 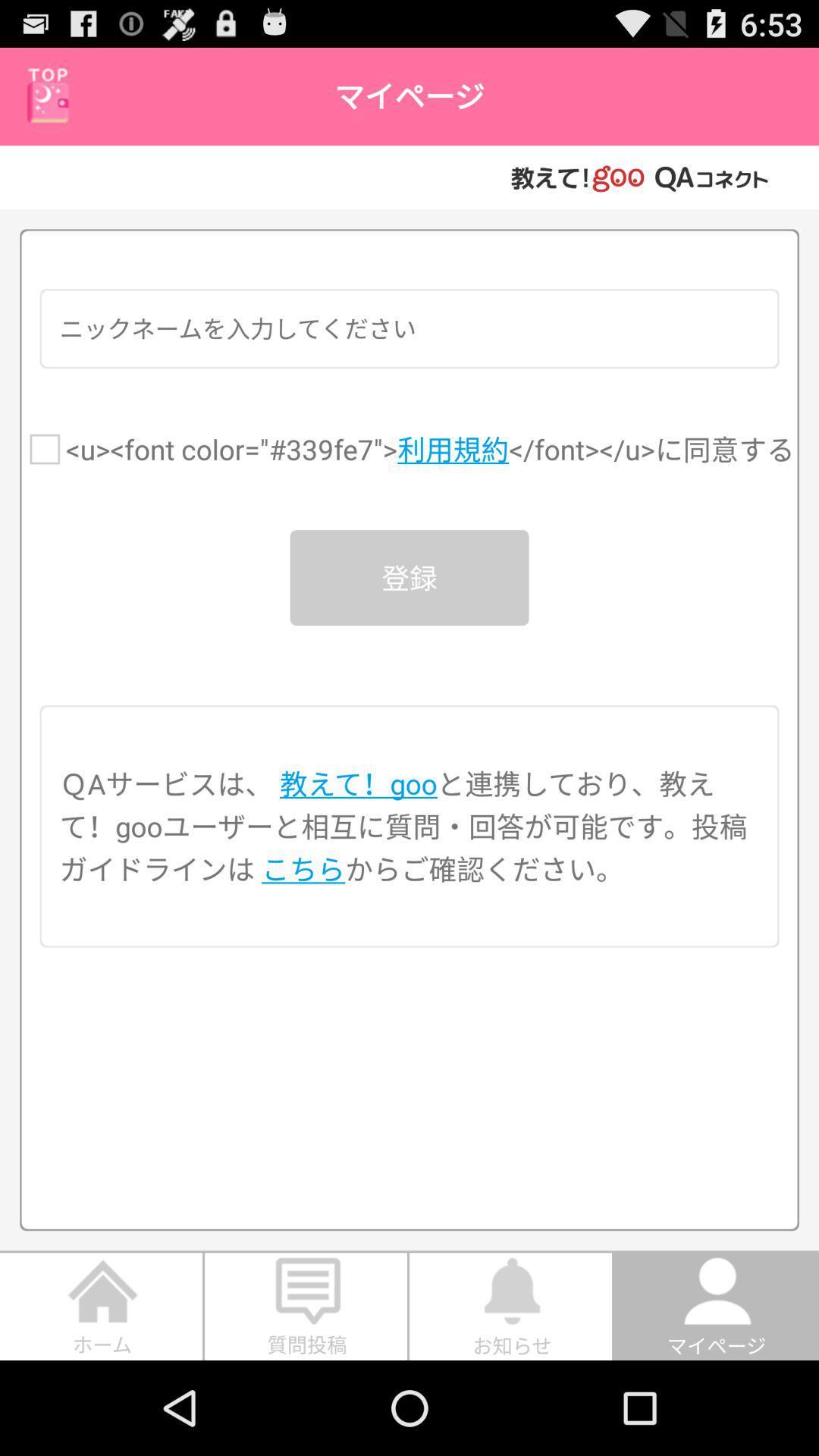 I want to click on the u font color item, so click(x=430, y=448).